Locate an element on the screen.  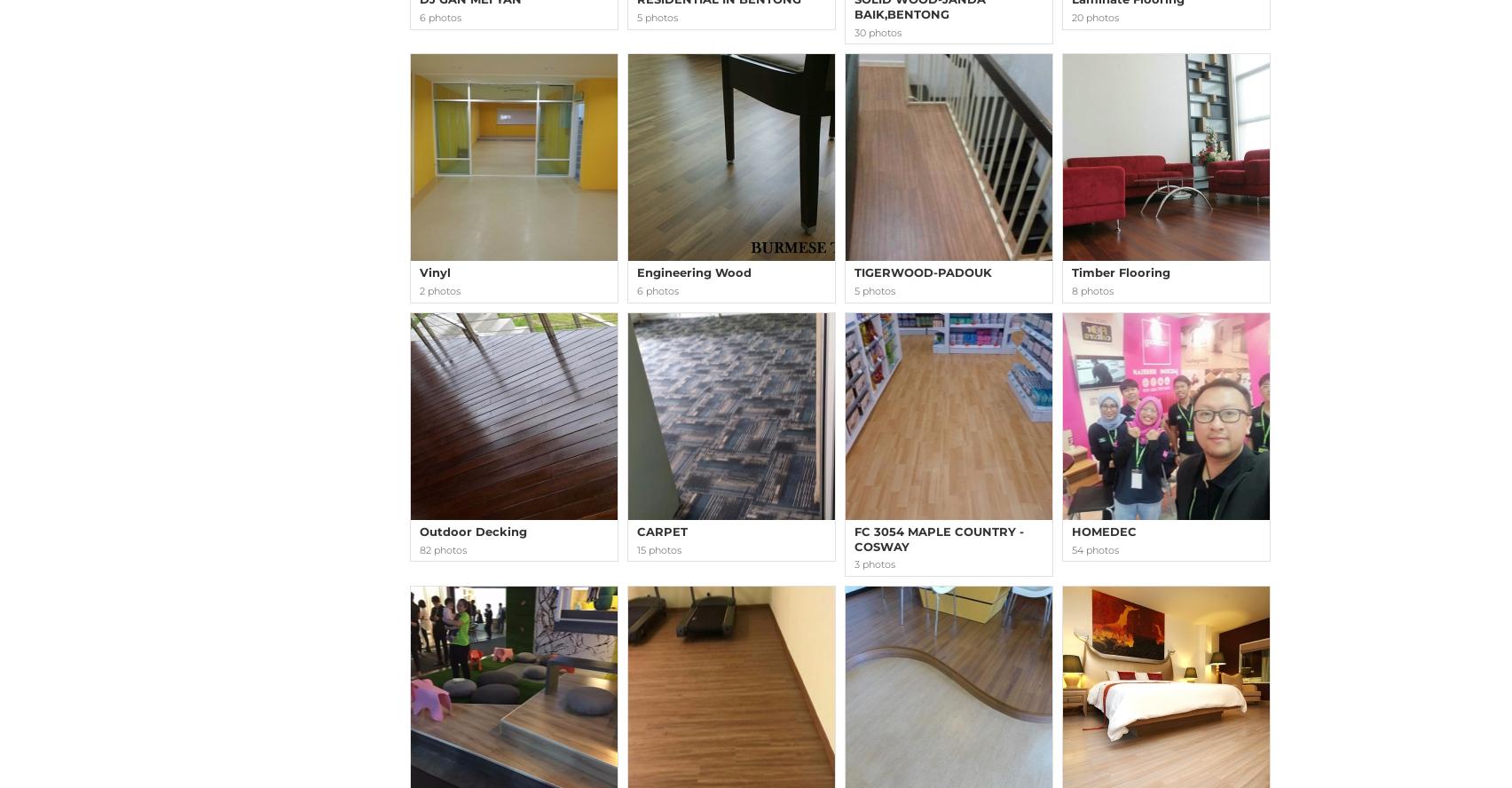
'82 photos' is located at coordinates (443, 548).